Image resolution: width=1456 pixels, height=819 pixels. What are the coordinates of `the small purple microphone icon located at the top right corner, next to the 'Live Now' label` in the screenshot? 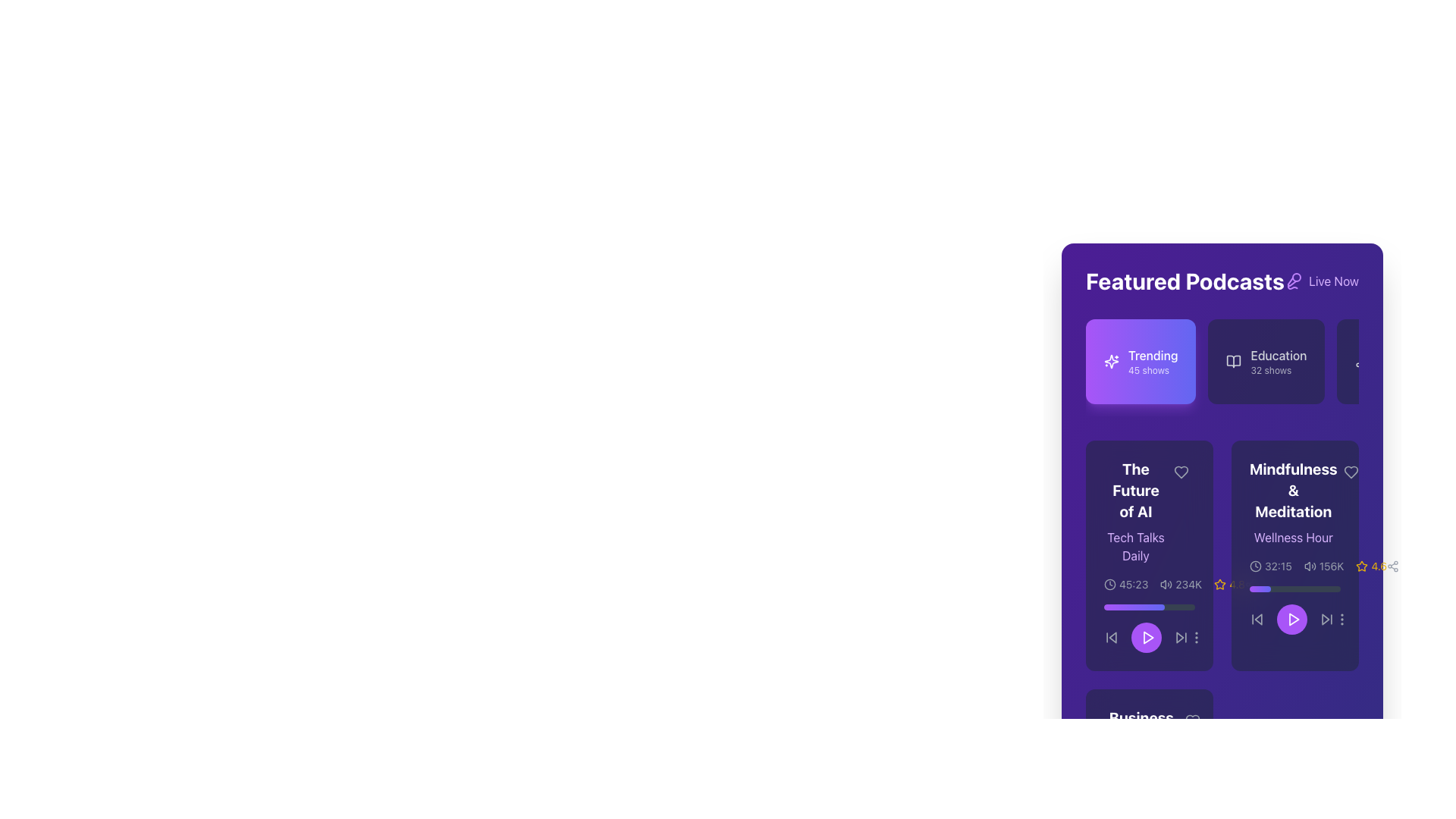 It's located at (1293, 281).